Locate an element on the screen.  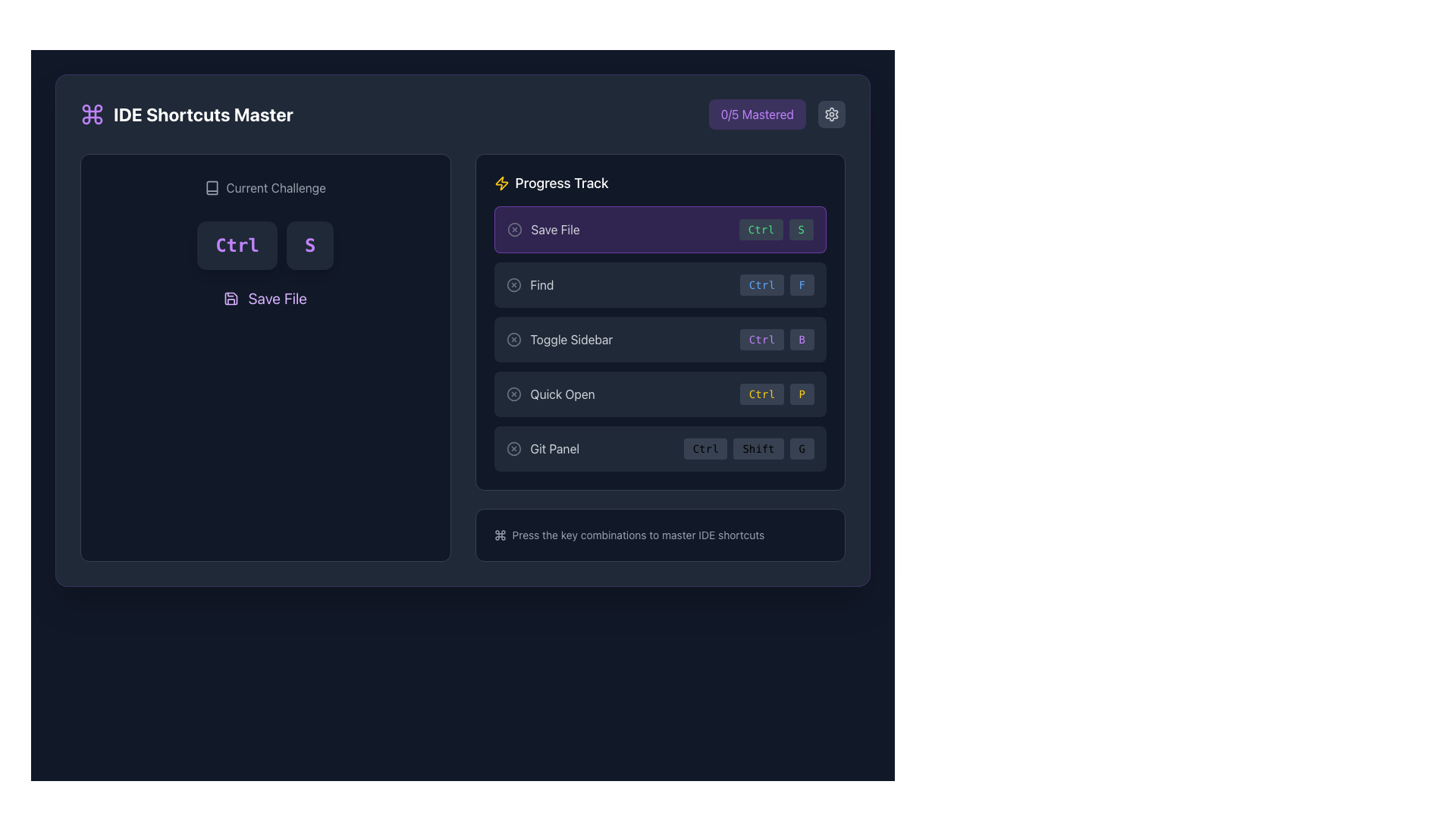
the header text label that indicates the purpose of the interface, which is about mastering shortcuts for an integrated development environment (IDE) is located at coordinates (202, 113).